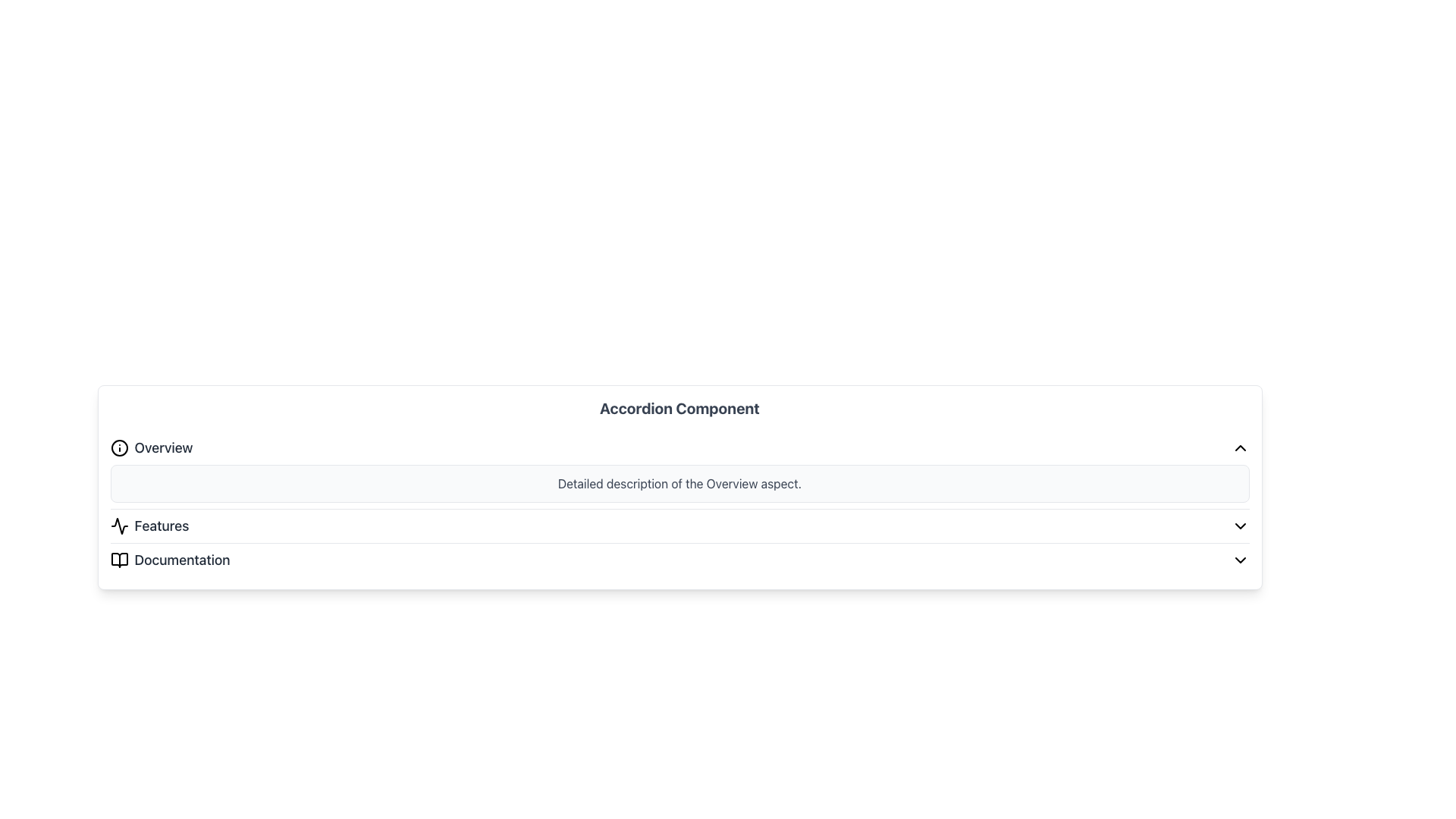 The image size is (1456, 819). Describe the element at coordinates (679, 560) in the screenshot. I see `the 'Documentation' dropdown toggle, which is the third item` at that location.